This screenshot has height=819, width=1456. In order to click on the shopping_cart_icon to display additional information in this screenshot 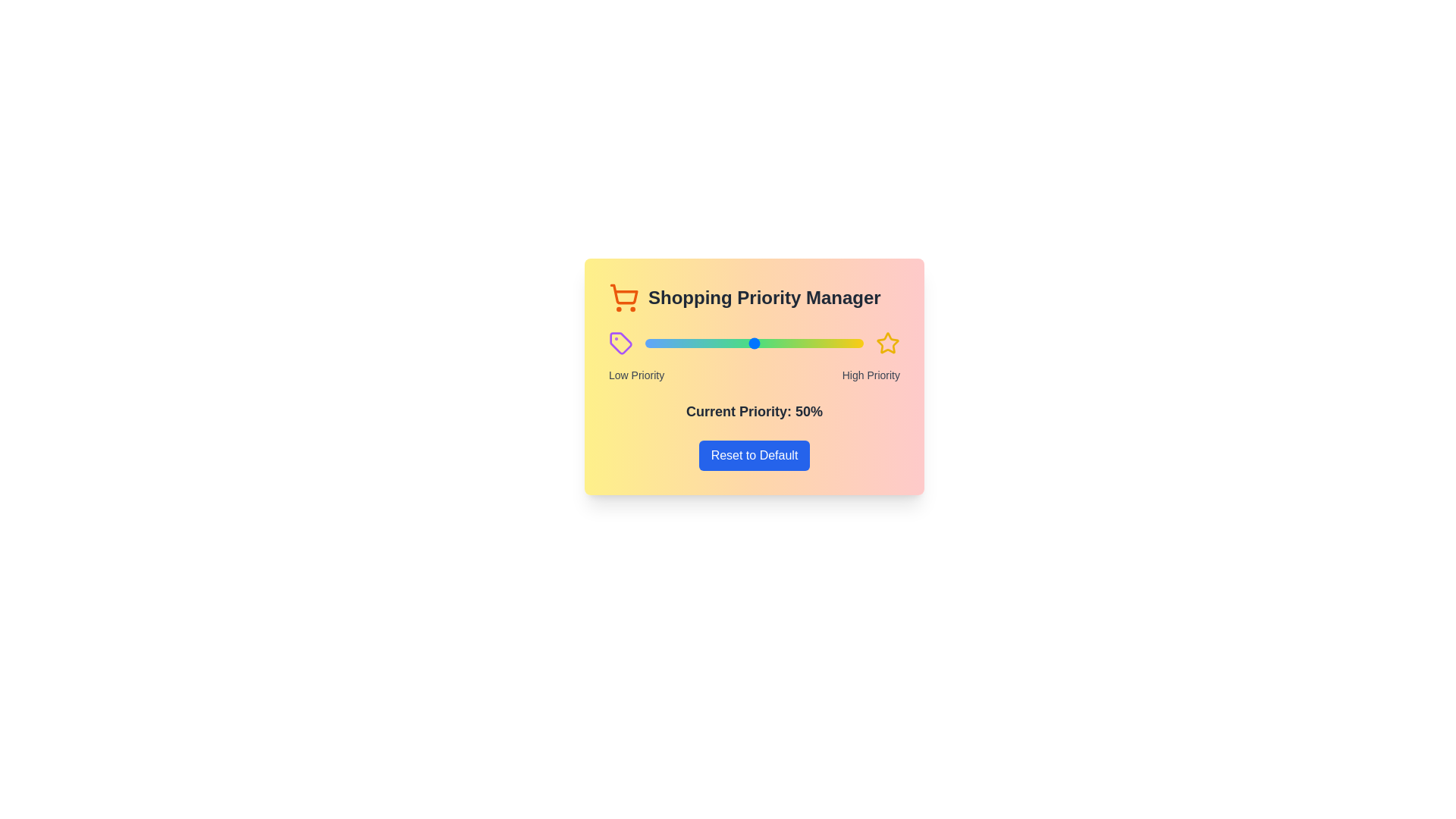, I will do `click(623, 298)`.